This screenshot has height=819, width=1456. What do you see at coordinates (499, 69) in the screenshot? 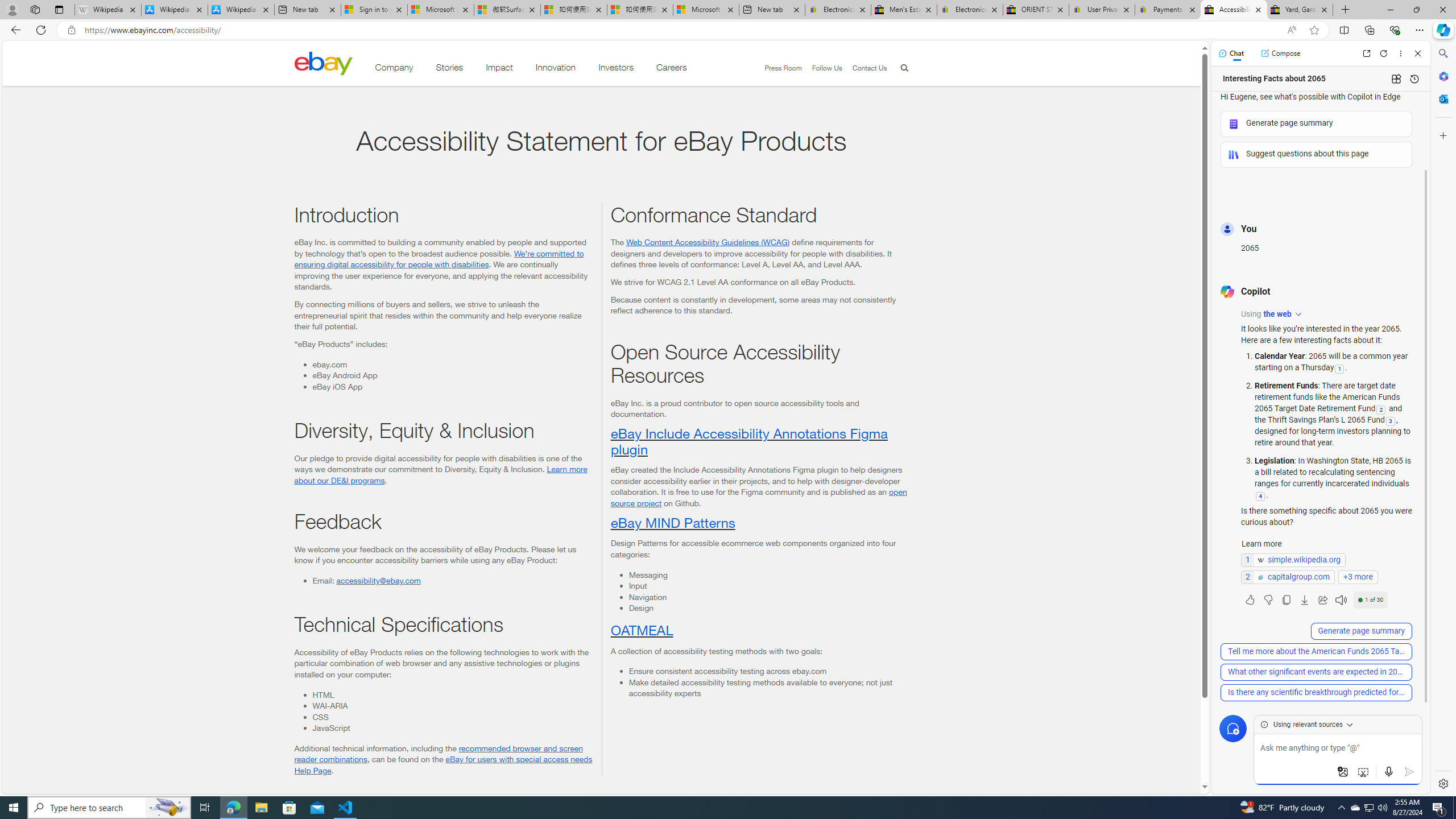
I see `'Impact'` at bounding box center [499, 69].